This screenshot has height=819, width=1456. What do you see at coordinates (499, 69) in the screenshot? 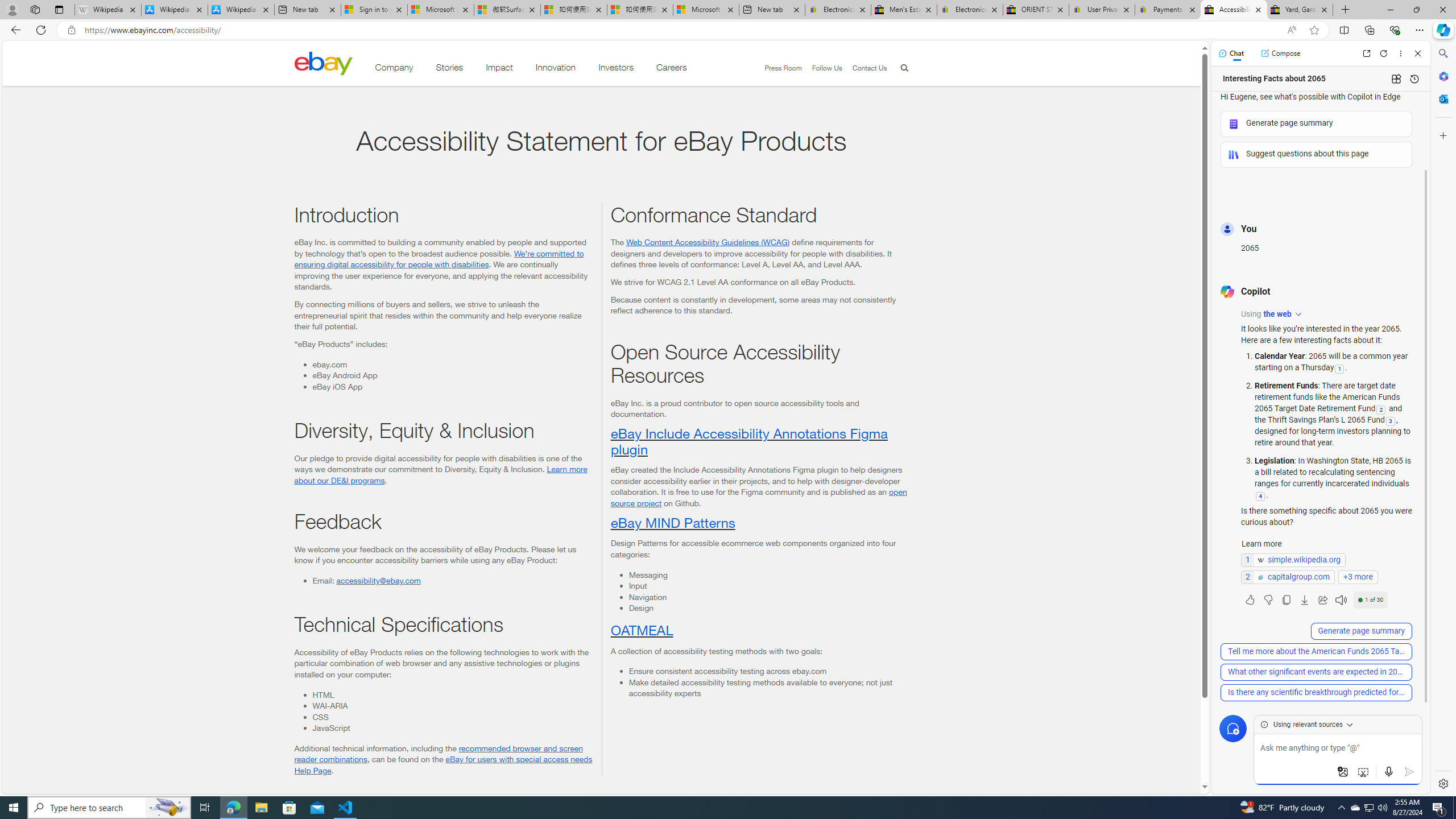
I see `'Impact'` at bounding box center [499, 69].